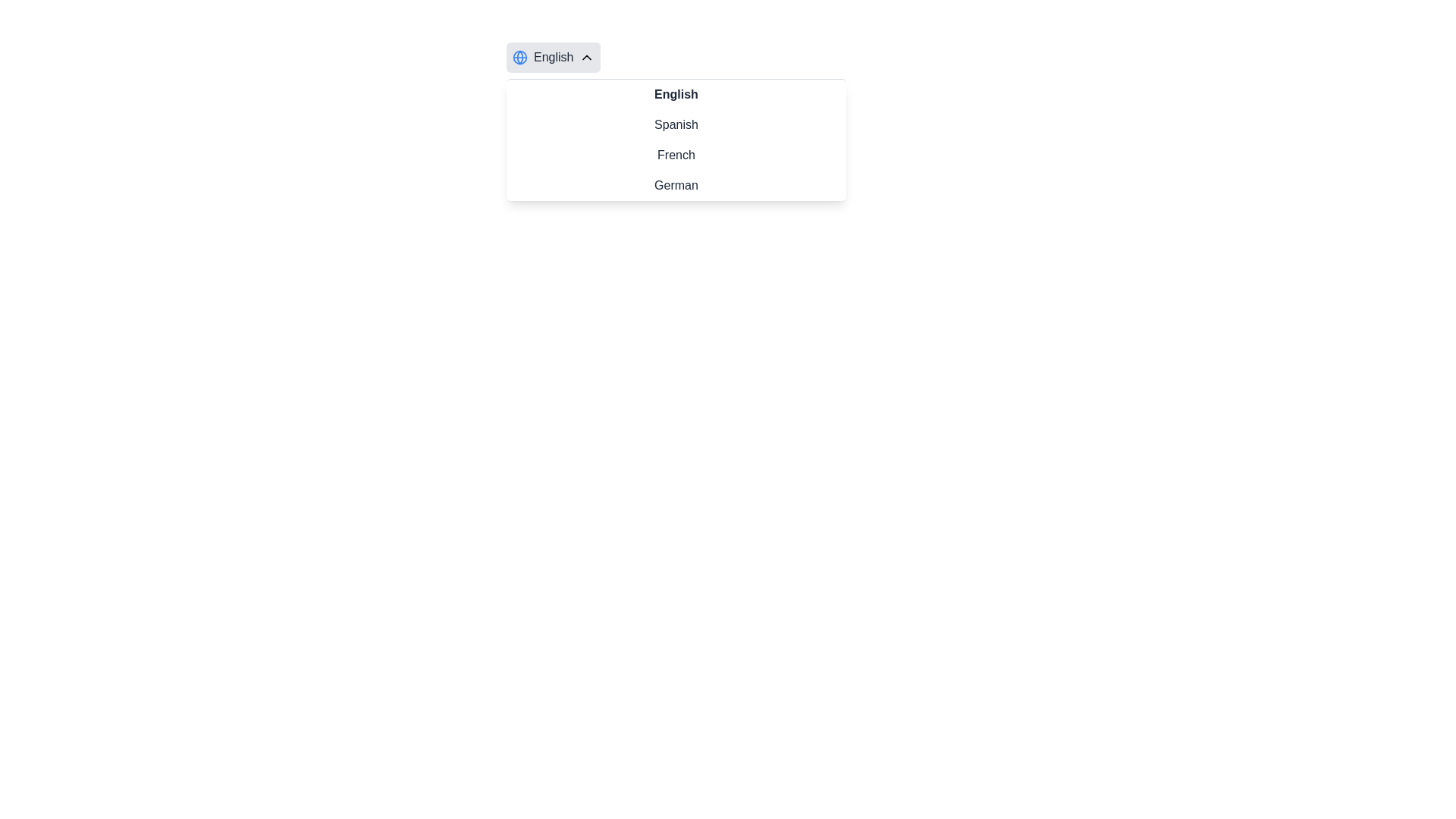 This screenshot has width=1456, height=819. What do you see at coordinates (553, 57) in the screenshot?
I see `the static text element displaying 'English' in gray color, which is positioned centrally within the language selection component` at bounding box center [553, 57].